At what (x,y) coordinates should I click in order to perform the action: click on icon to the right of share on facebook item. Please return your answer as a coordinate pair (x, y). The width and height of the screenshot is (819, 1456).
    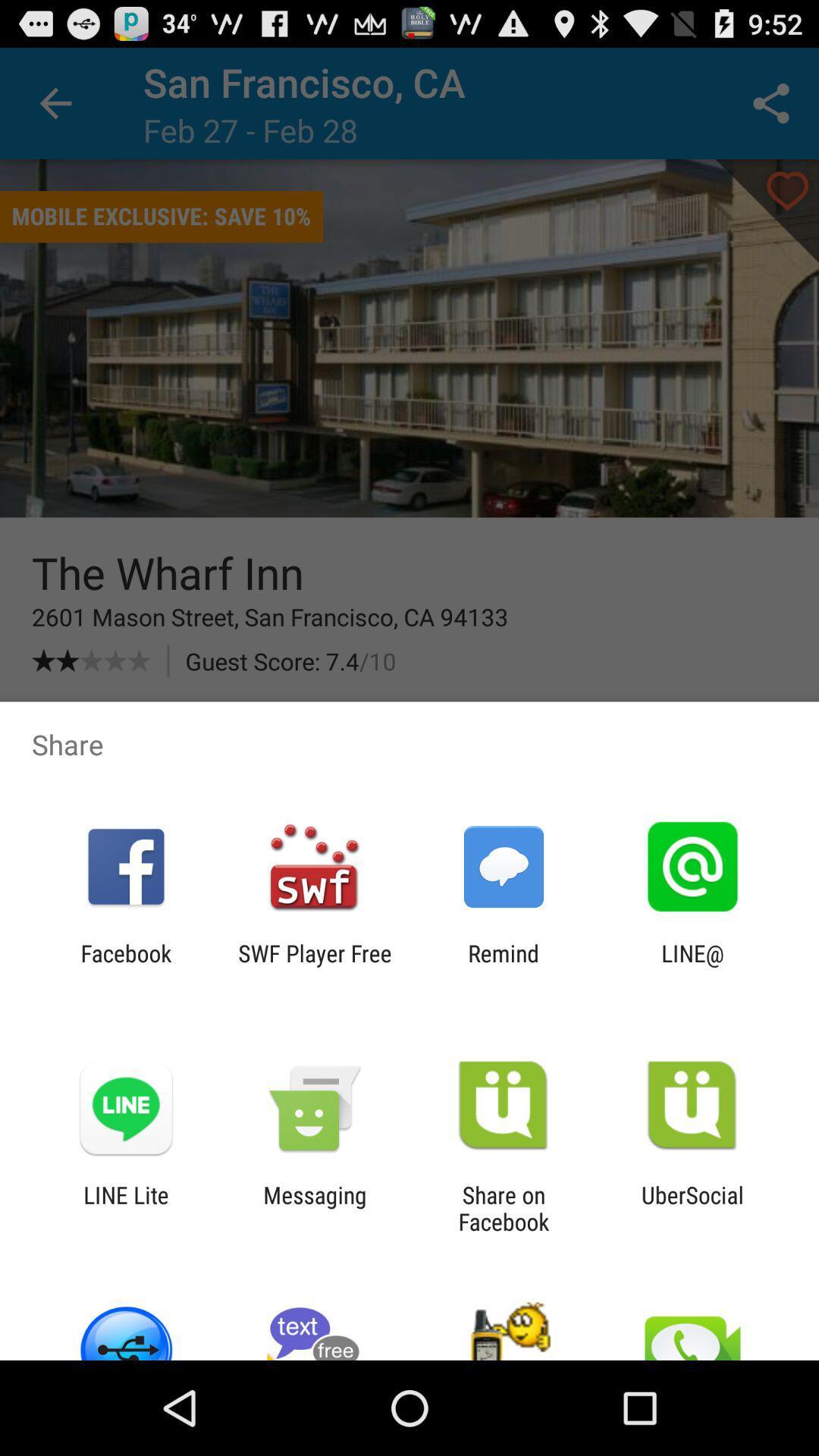
    Looking at the image, I should click on (692, 1207).